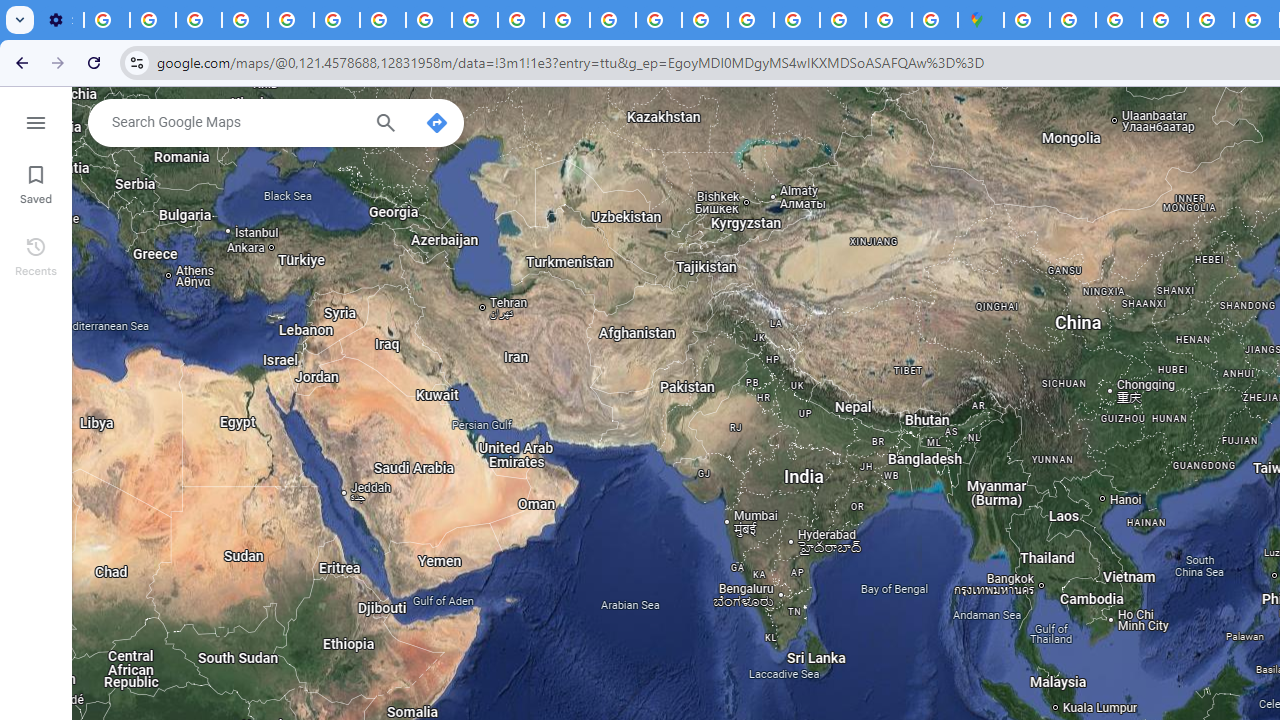 Image resolution: width=1280 pixels, height=720 pixels. Describe the element at coordinates (60, 20) in the screenshot. I see `'Settings - Customize profile'` at that location.